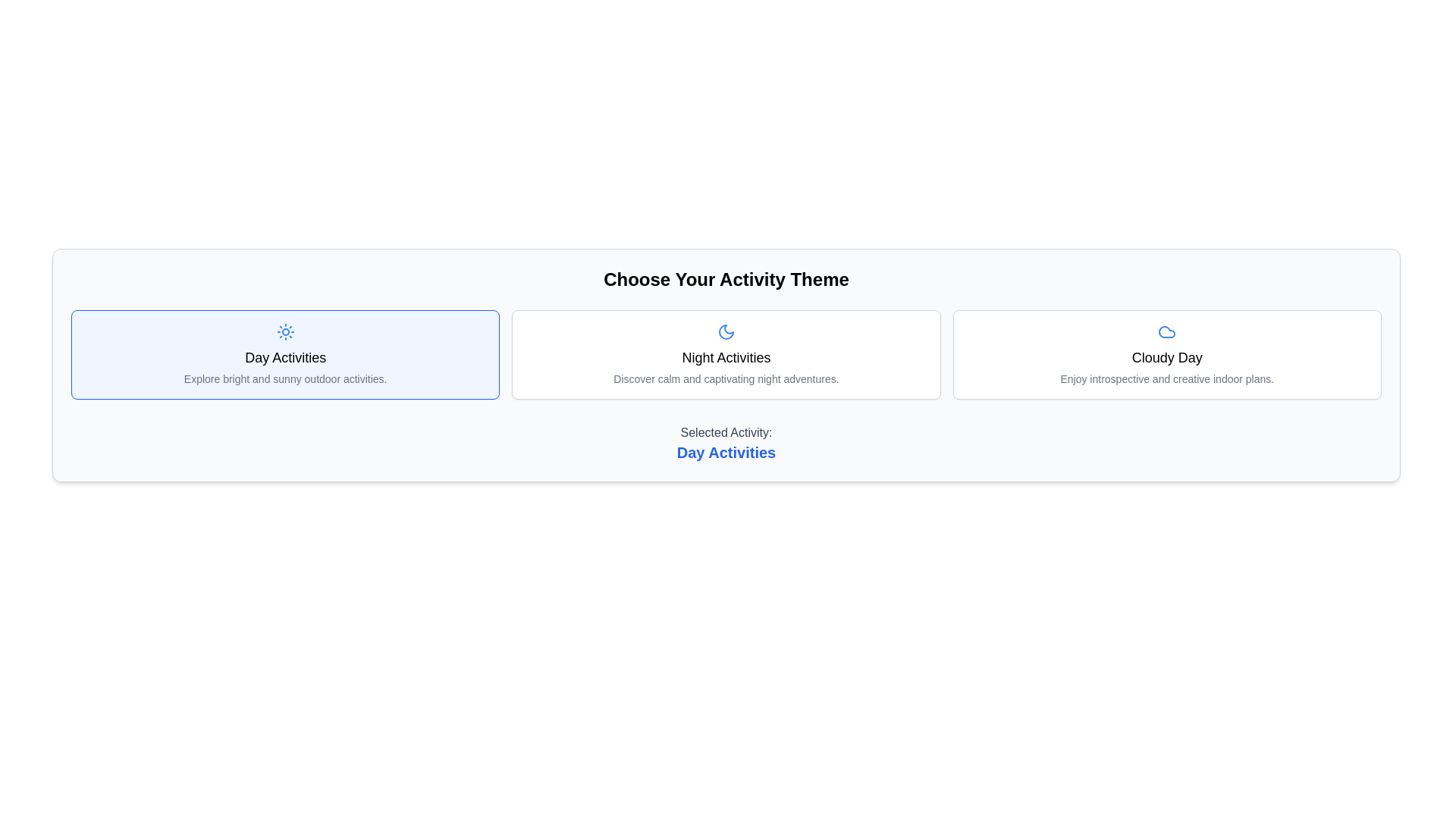 Image resolution: width=1456 pixels, height=819 pixels. I want to click on the 'Day Activities' header text label, which is positioned in the left panel of a three-panel layout, located below a decorative icon and above descriptive text, so click(285, 357).